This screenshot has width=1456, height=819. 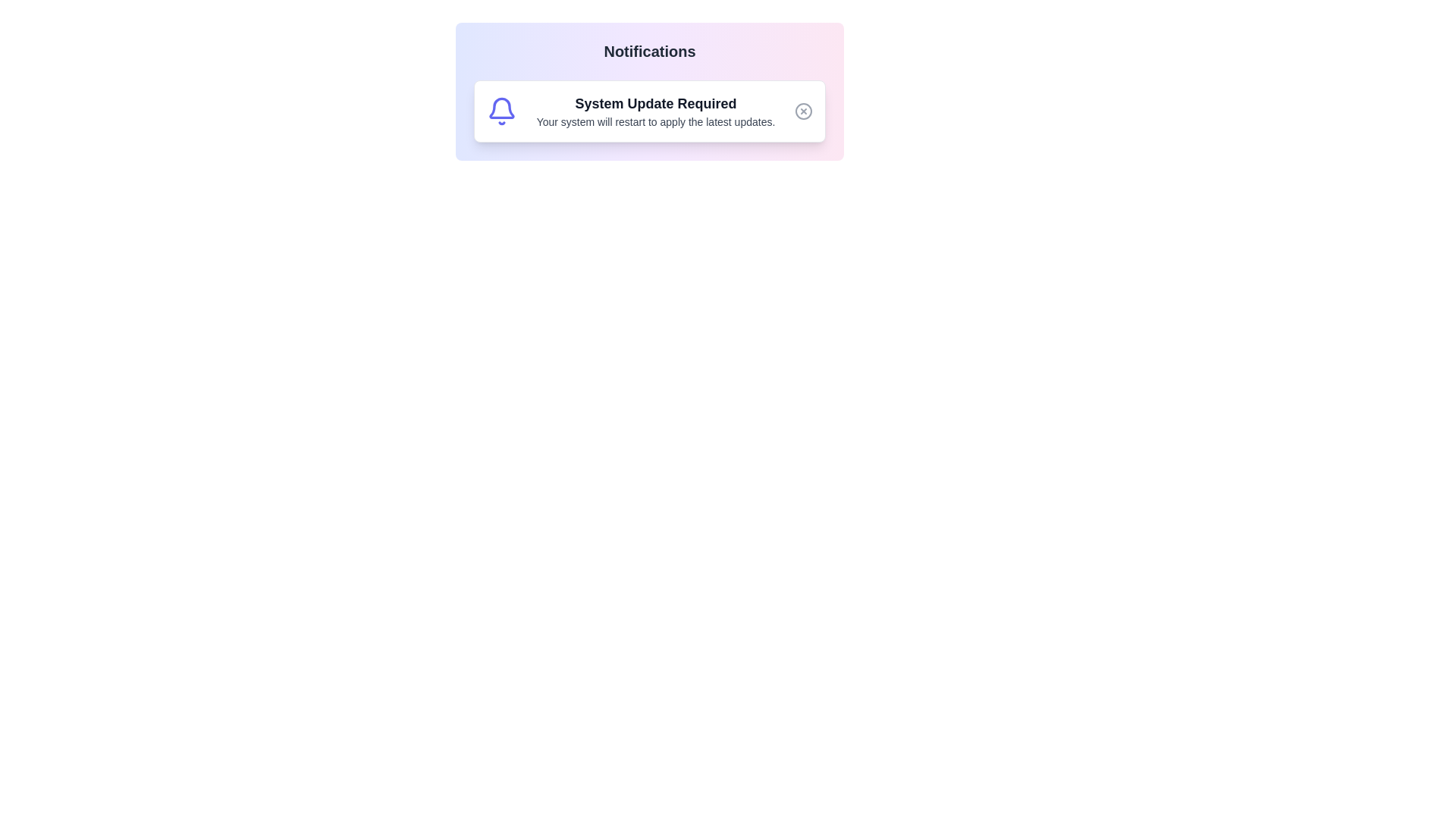 I want to click on the informative Text Label located directly below the 'System Update Required' title in the notification card, so click(x=655, y=121).